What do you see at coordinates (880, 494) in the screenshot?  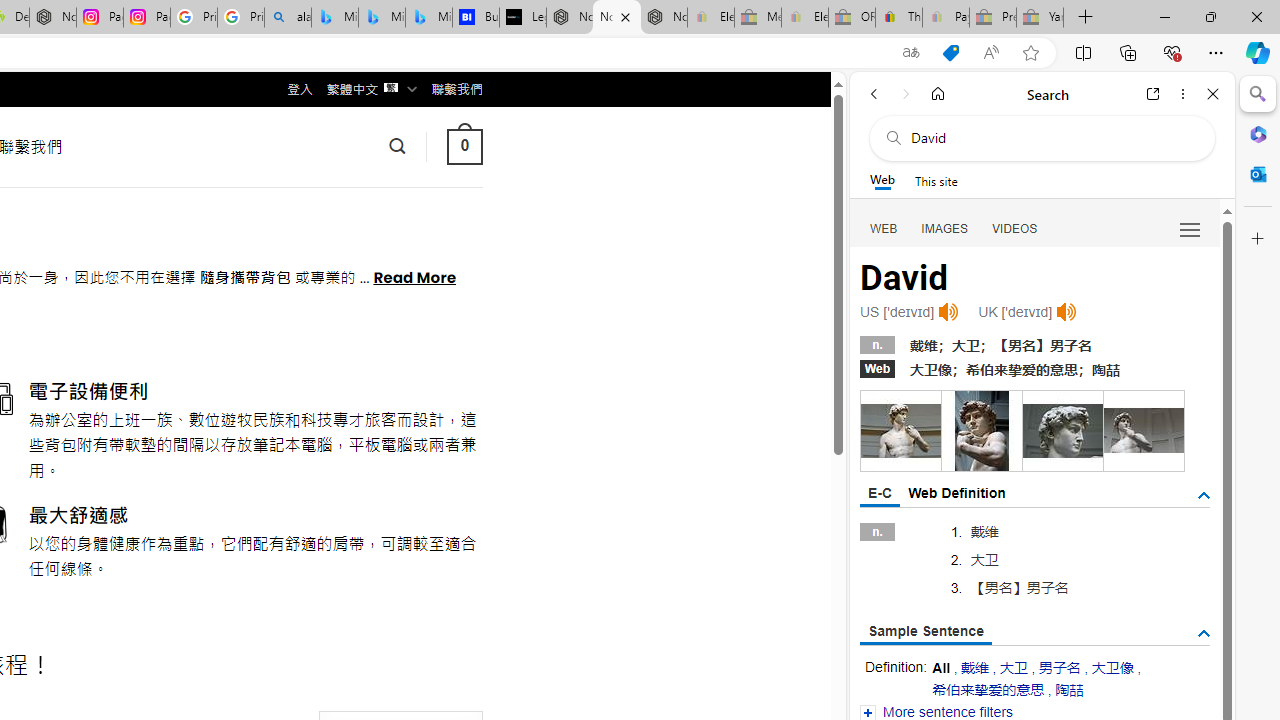 I see `'E-C'` at bounding box center [880, 494].